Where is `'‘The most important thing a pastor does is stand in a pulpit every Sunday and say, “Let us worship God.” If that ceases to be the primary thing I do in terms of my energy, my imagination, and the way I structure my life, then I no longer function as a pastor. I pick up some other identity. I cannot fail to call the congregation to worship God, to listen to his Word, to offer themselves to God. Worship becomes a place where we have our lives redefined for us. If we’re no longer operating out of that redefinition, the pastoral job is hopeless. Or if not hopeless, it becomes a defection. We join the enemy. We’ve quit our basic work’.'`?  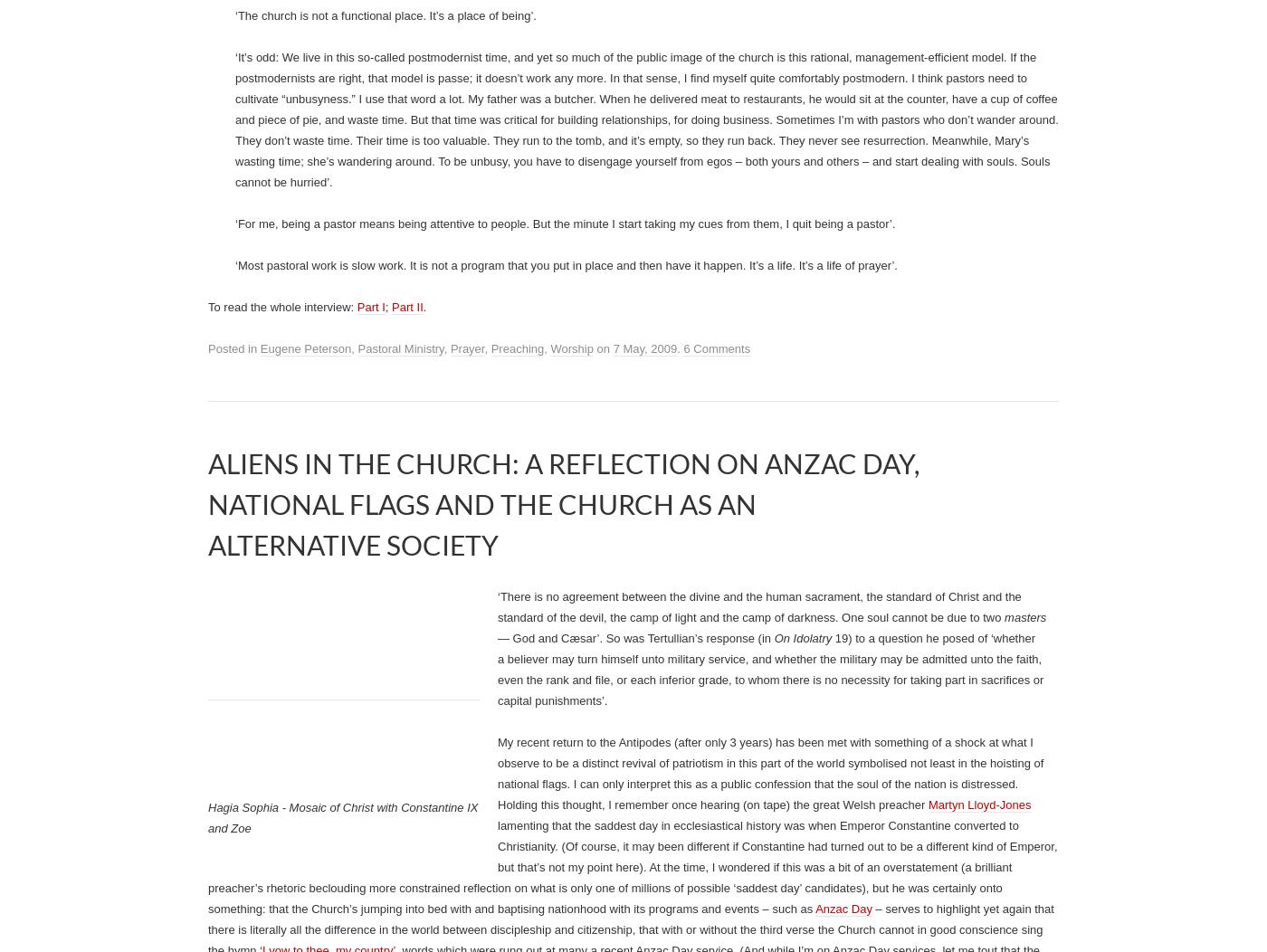 '‘The most important thing a pastor does is stand in a pulpit every Sunday and say, “Let us worship God.” If that ceases to be the primary thing I do in terms of my energy, my imagination, and the way I structure my life, then I no longer function as a pastor. I pick up some other identity. I cannot fail to call the congregation to worship God, to listen to his Word, to offer themselves to God. Worship becomes a place where we have our lives redefined for us. If we’re no longer operating out of that redefinition, the pastoral job is hopeless. Or if not hopeless, it becomes a defection. We join the enemy. We’ve quit our basic work’.' is located at coordinates (743, 74).